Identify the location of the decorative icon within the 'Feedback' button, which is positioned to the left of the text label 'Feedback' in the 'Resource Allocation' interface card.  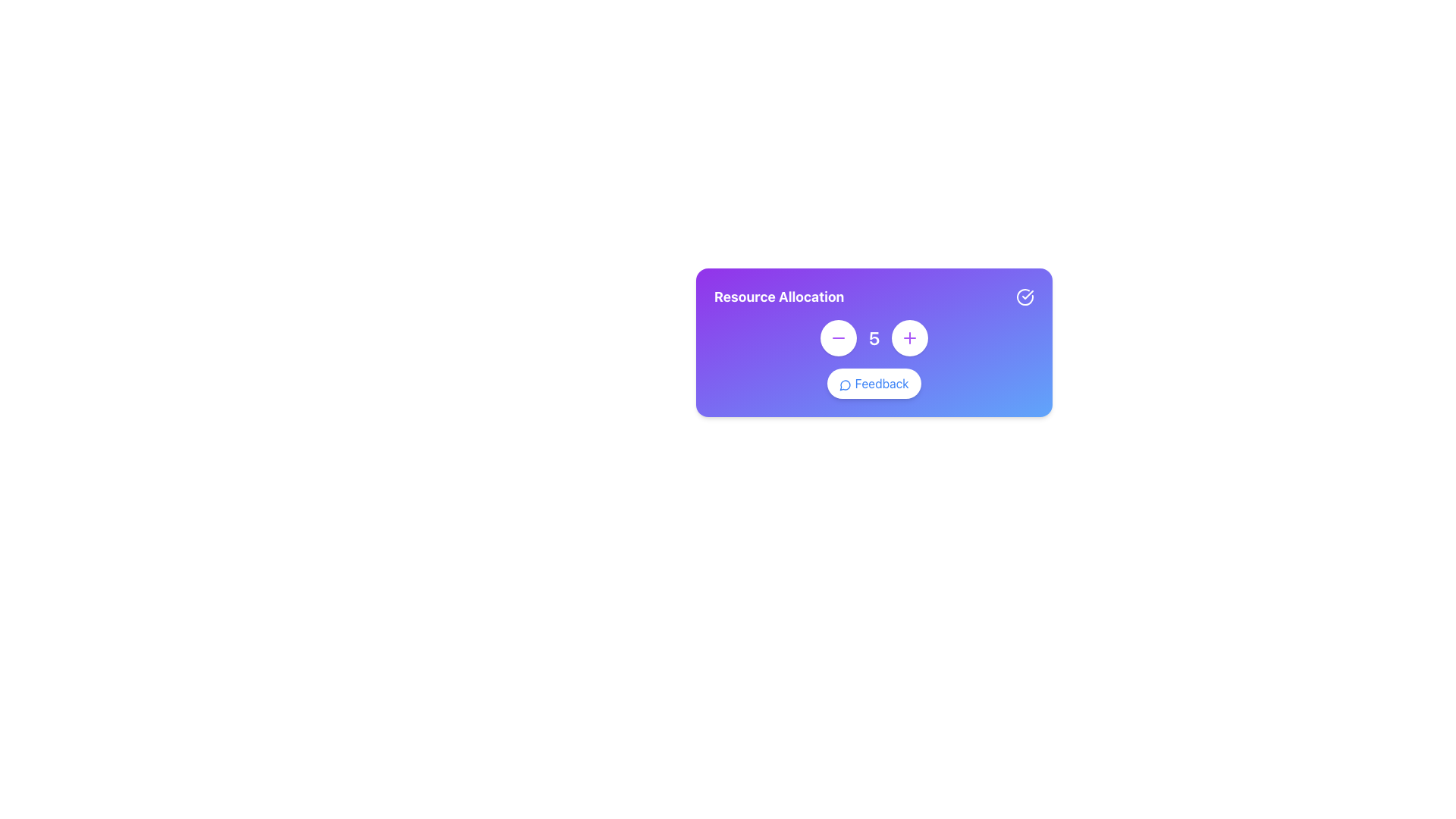
(845, 384).